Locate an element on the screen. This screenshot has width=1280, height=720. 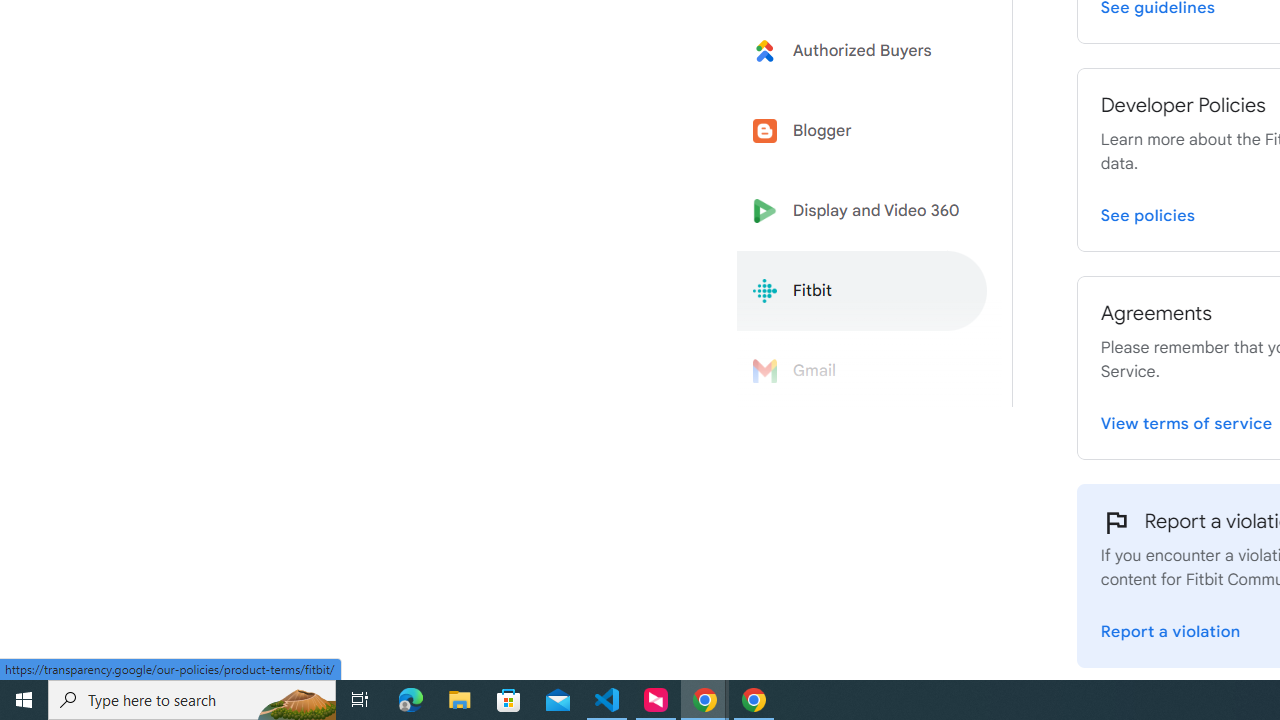
'View Fitbit Developer Policies page' is located at coordinates (1148, 212).